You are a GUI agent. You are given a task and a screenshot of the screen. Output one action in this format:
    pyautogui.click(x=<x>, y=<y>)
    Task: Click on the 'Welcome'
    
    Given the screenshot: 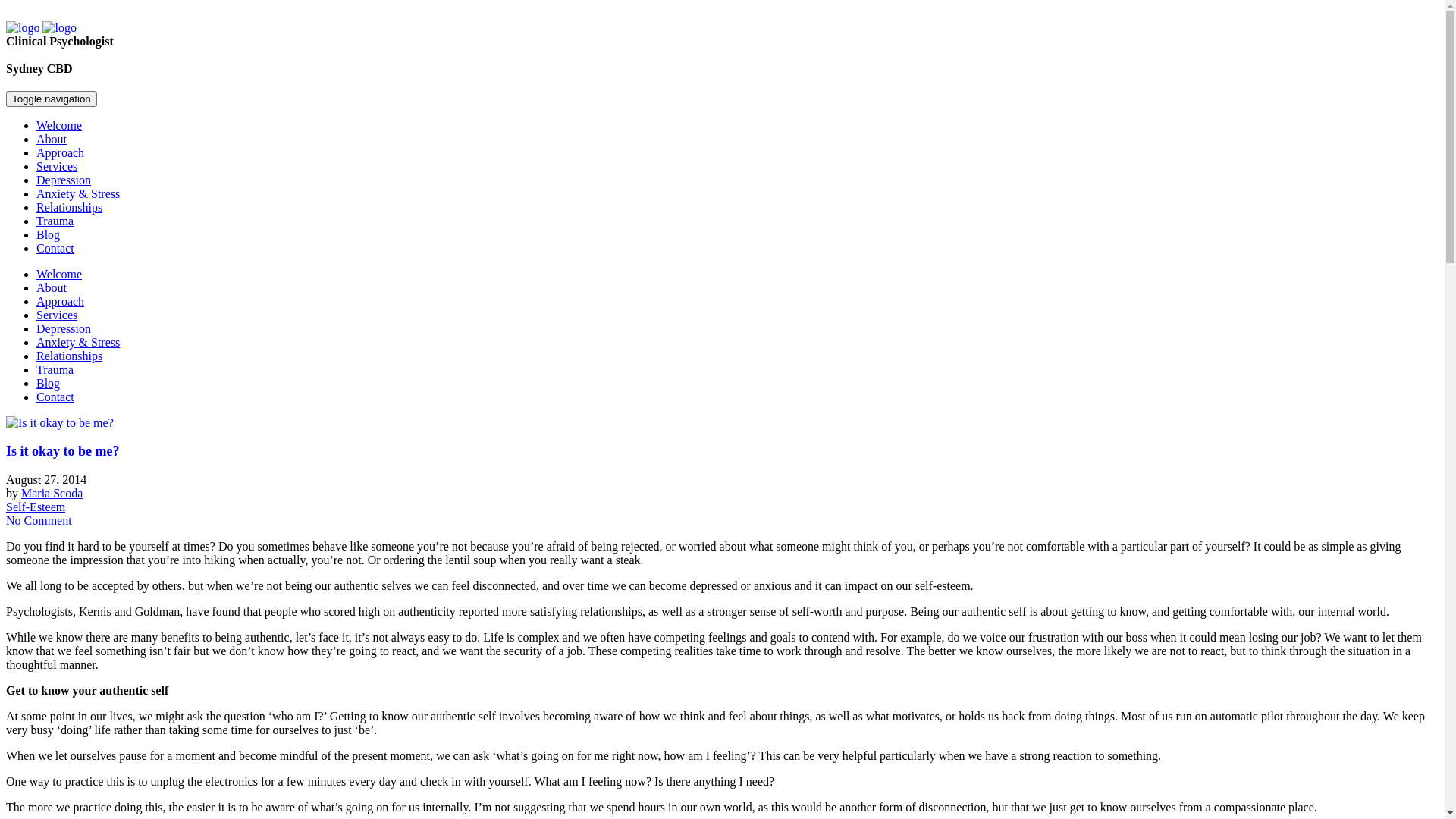 What is the action you would take?
    pyautogui.click(x=36, y=274)
    